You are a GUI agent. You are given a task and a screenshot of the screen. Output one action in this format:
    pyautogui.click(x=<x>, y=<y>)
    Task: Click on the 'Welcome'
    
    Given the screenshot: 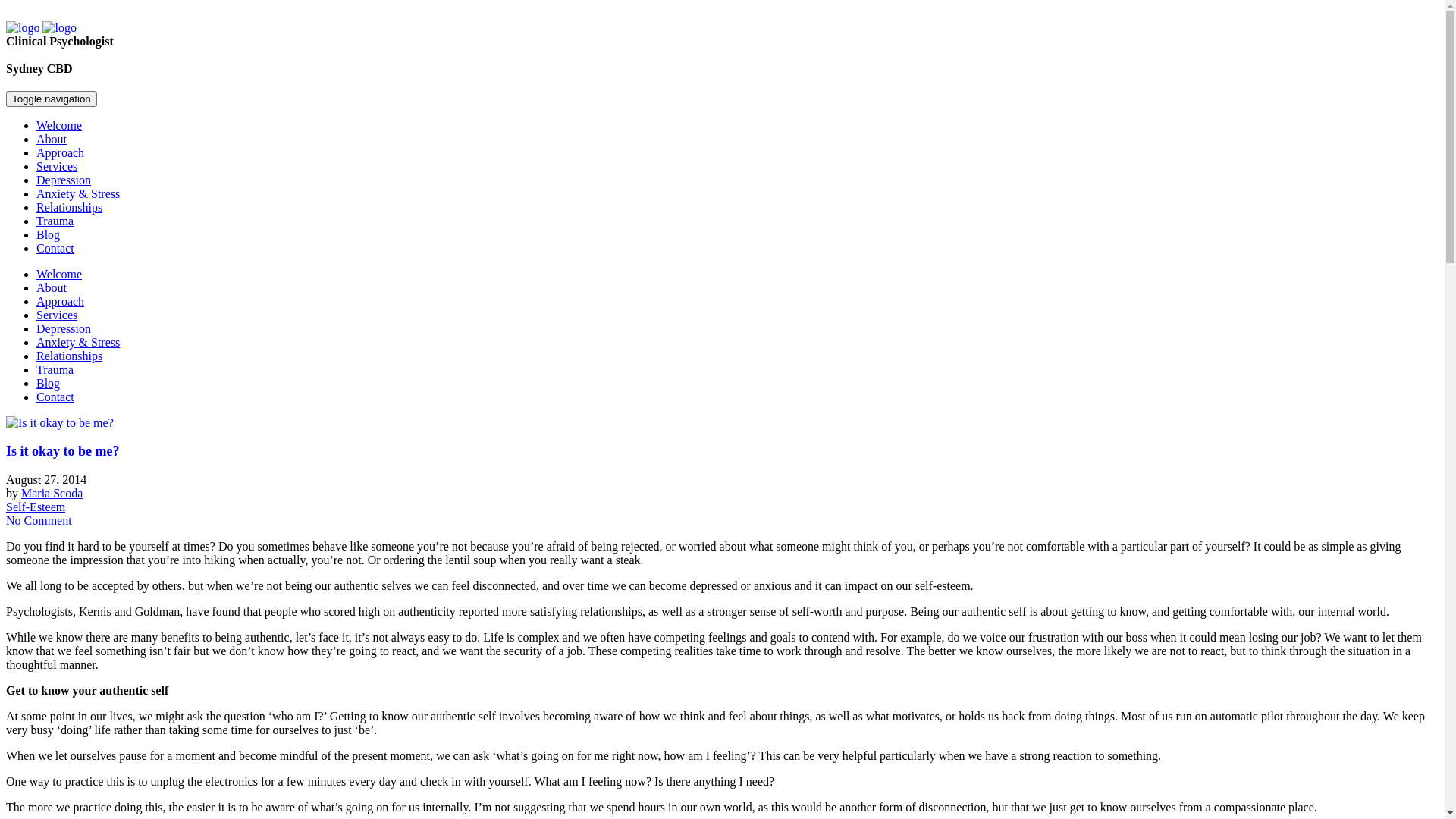 What is the action you would take?
    pyautogui.click(x=36, y=274)
    